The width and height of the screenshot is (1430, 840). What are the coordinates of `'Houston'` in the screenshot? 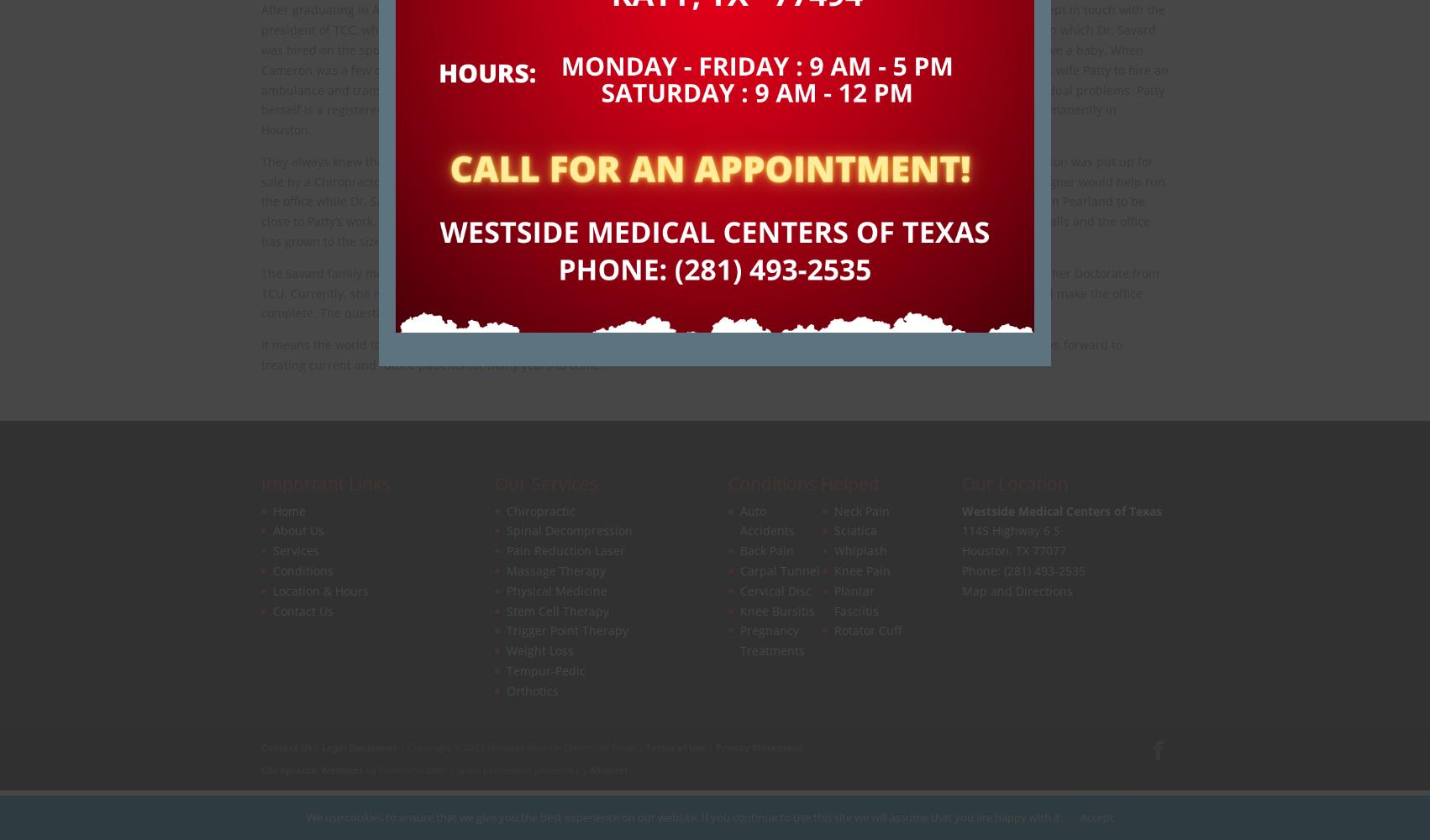 It's located at (986, 550).